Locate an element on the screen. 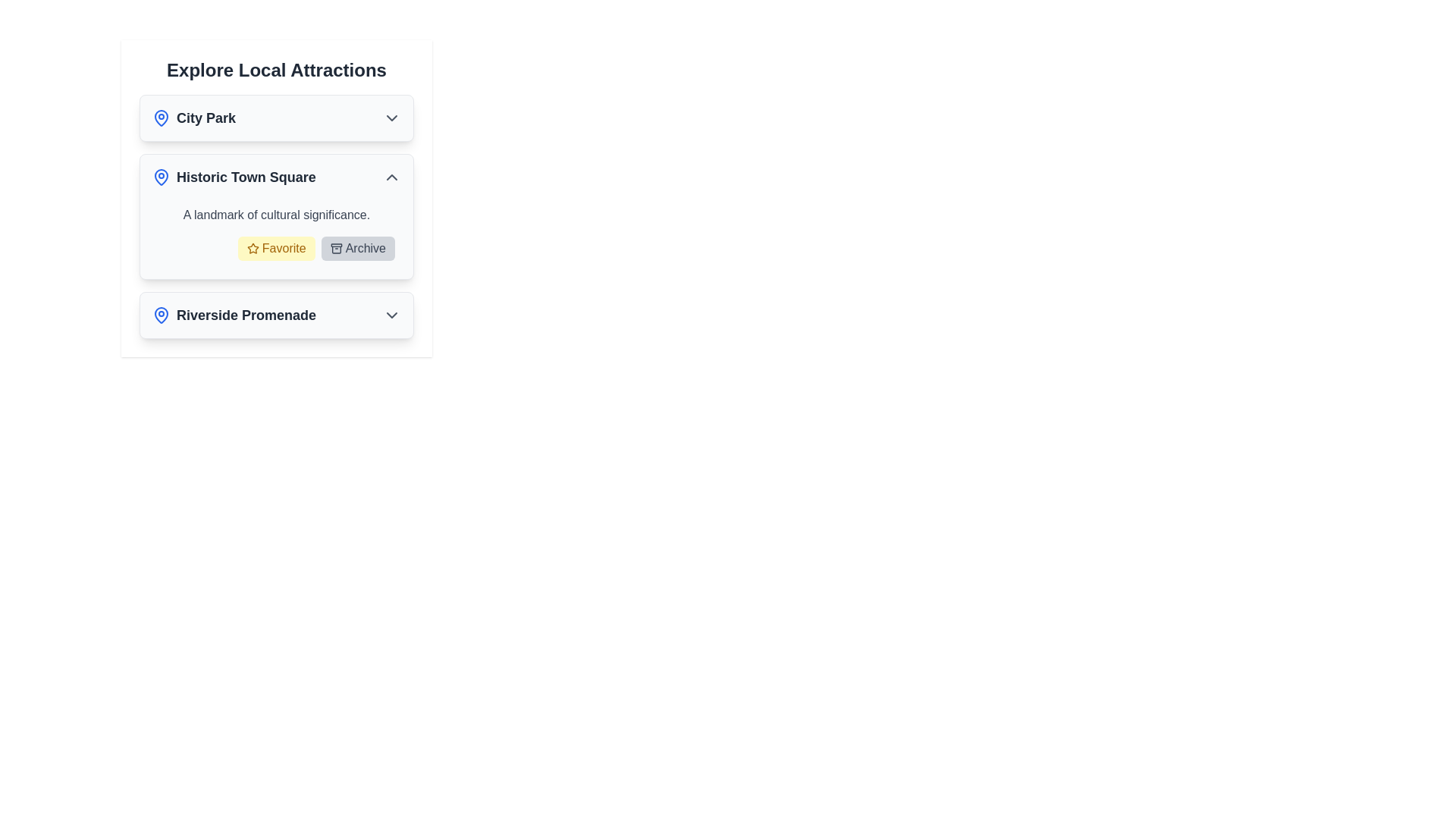 This screenshot has height=819, width=1456. the pin-shaped icon representing the 'City Park' attraction, located at the top-left corner of the 'City Park' card is located at coordinates (161, 117).